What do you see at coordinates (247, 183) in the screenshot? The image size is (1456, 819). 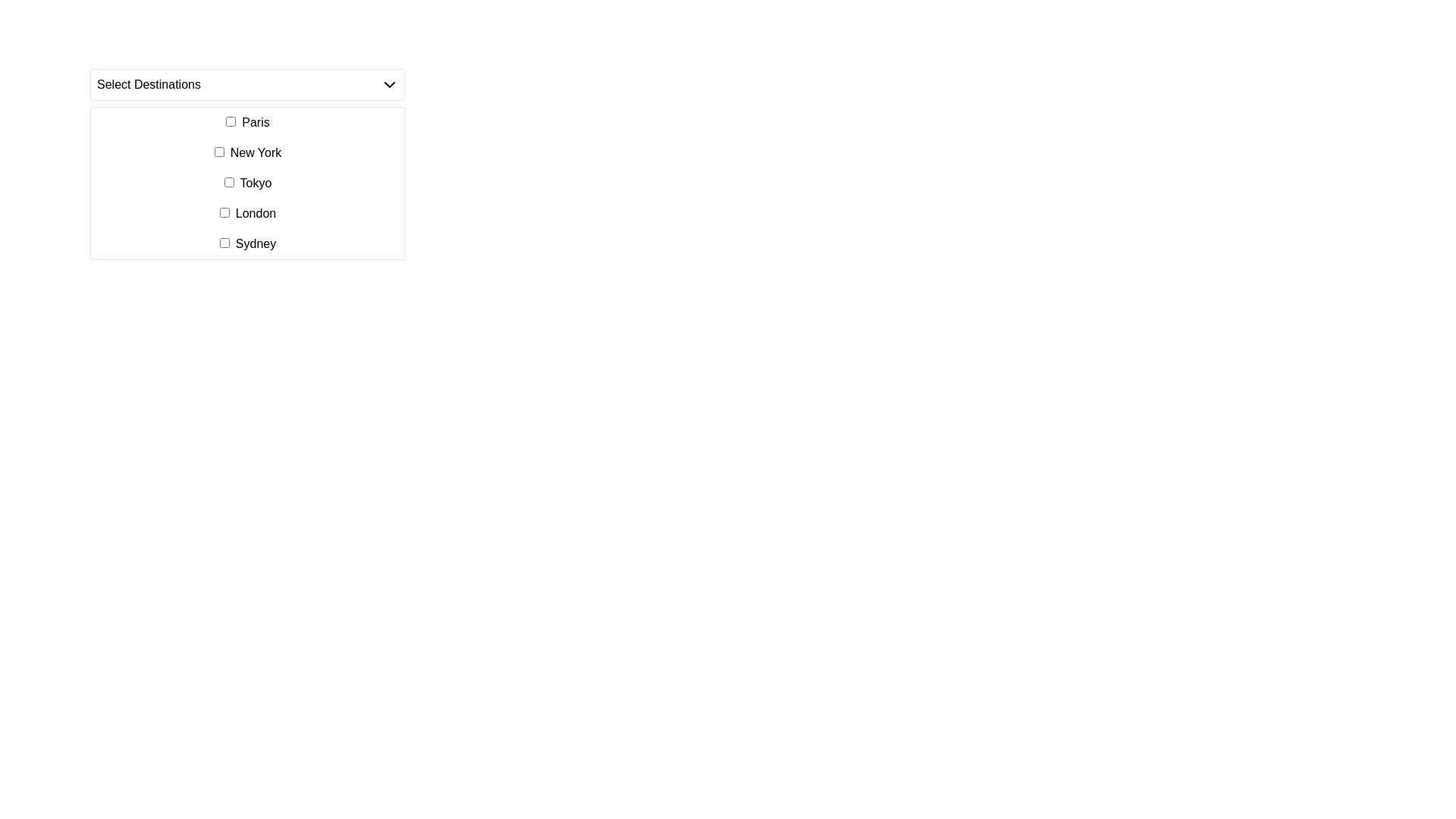 I see `the checkbox next to the 'Tokyo' label` at bounding box center [247, 183].